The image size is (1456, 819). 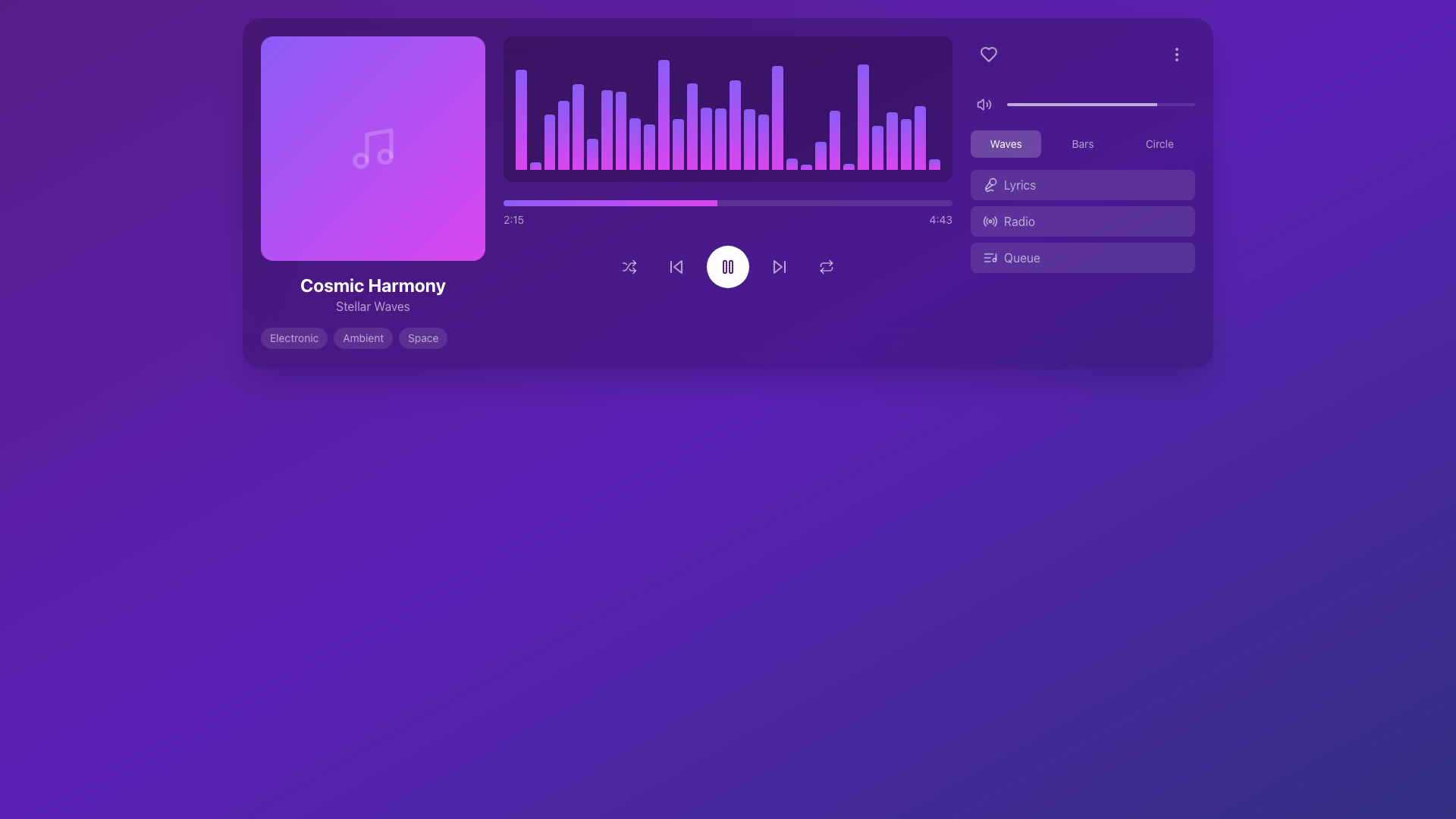 What do you see at coordinates (359, 161) in the screenshot?
I see `the decorative SVG graphical component located in the bottom left part of the music note icon to modify the SVG graphic` at bounding box center [359, 161].